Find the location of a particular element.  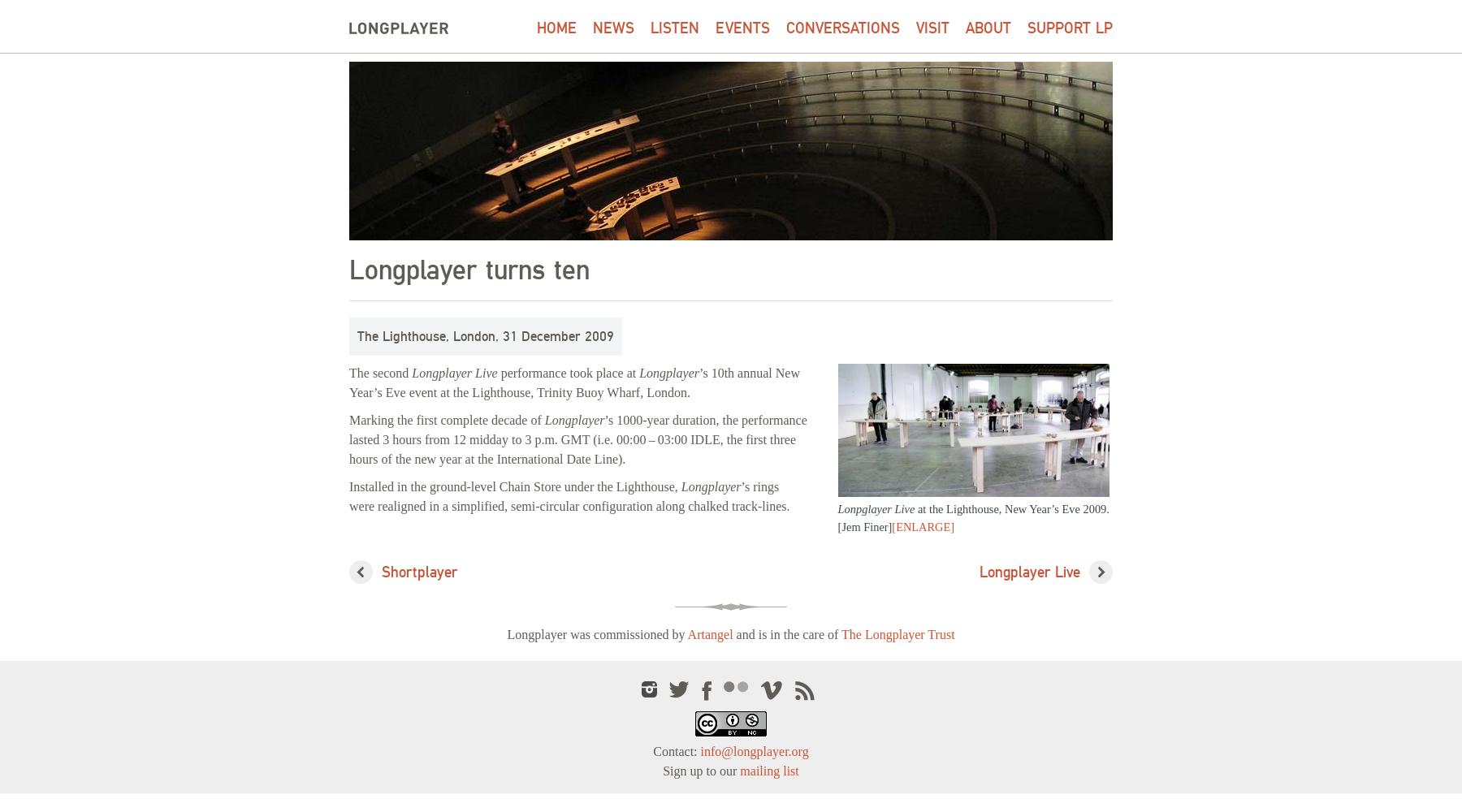

'Lonpglayer Live' is located at coordinates (876, 508).